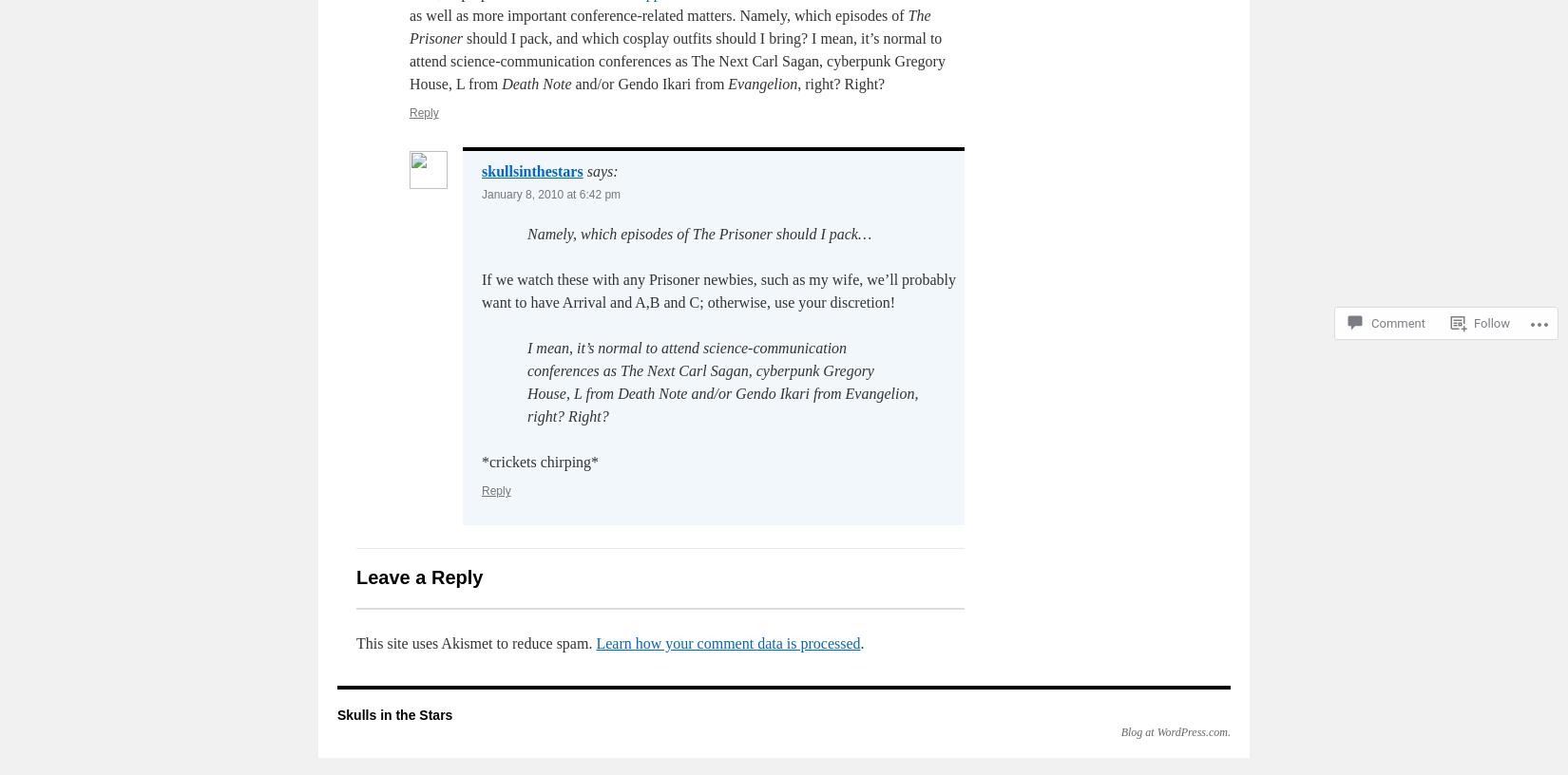 The width and height of the screenshot is (1568, 775). Describe the element at coordinates (549, 194) in the screenshot. I see `'January 8, 2010 at 6:42 pm'` at that location.